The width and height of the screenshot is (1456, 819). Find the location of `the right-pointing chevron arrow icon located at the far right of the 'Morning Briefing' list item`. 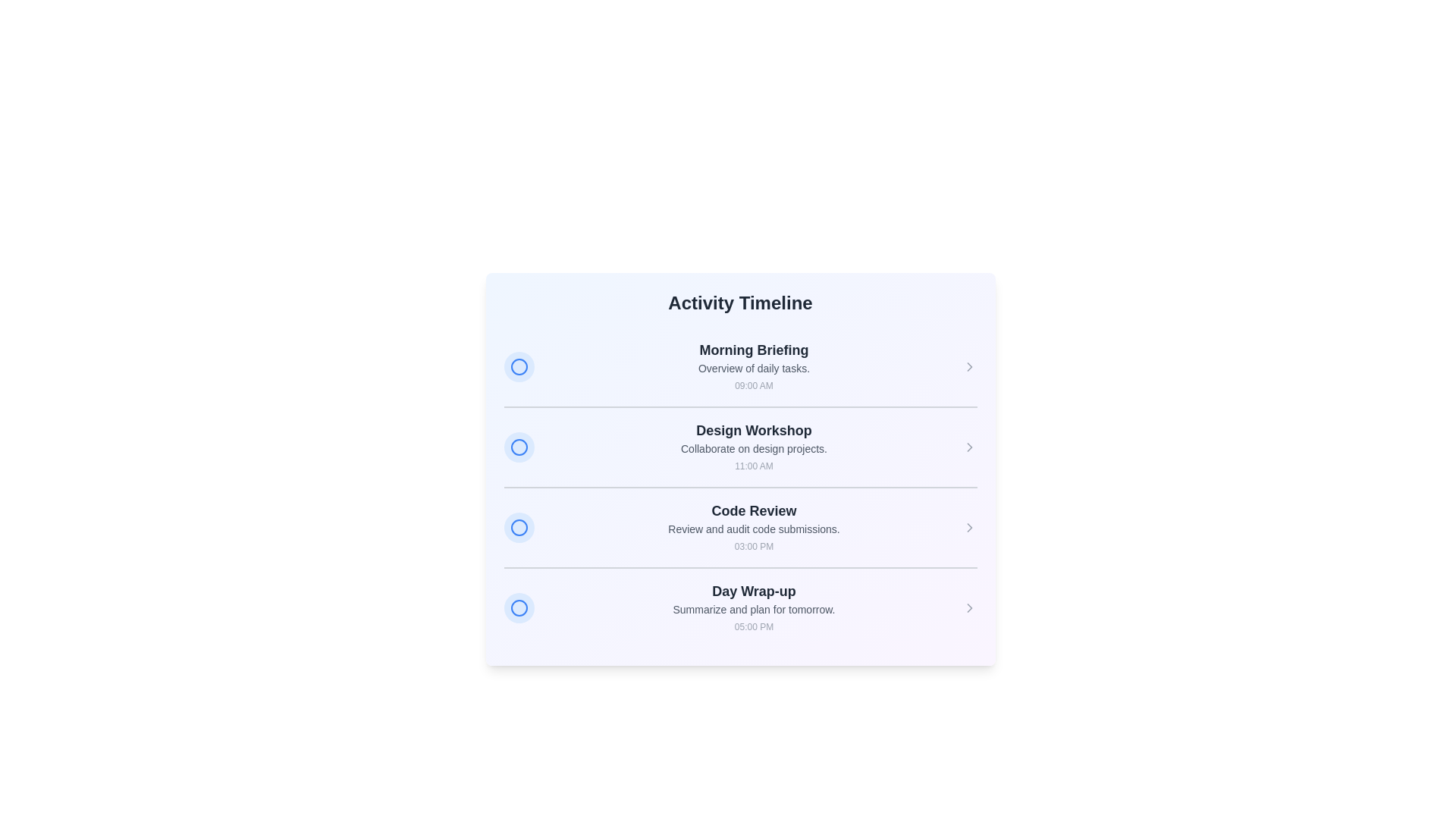

the right-pointing chevron arrow icon located at the far right of the 'Morning Briefing' list item is located at coordinates (968, 366).